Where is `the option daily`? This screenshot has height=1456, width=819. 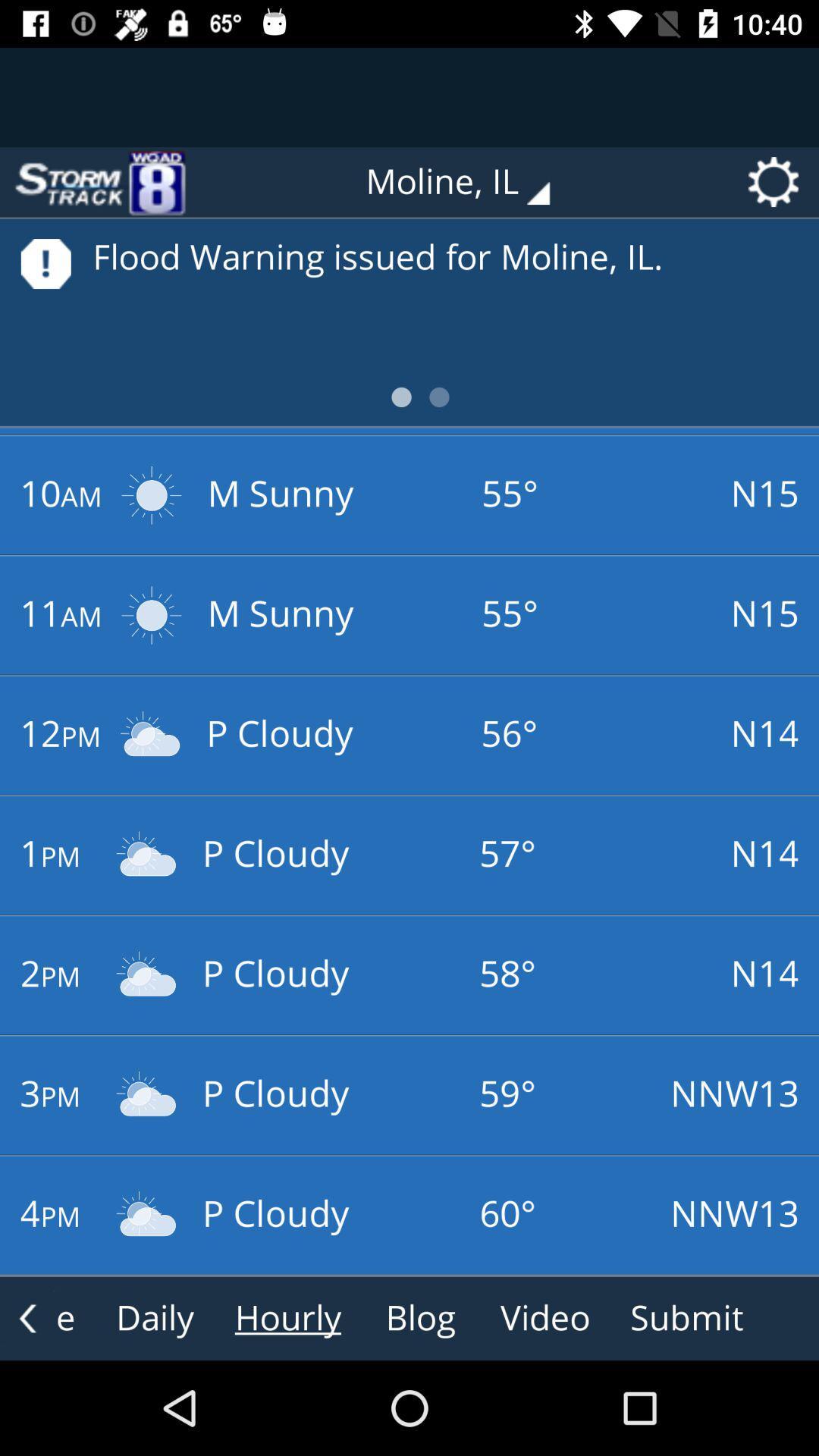 the option daily is located at coordinates (155, 1317).